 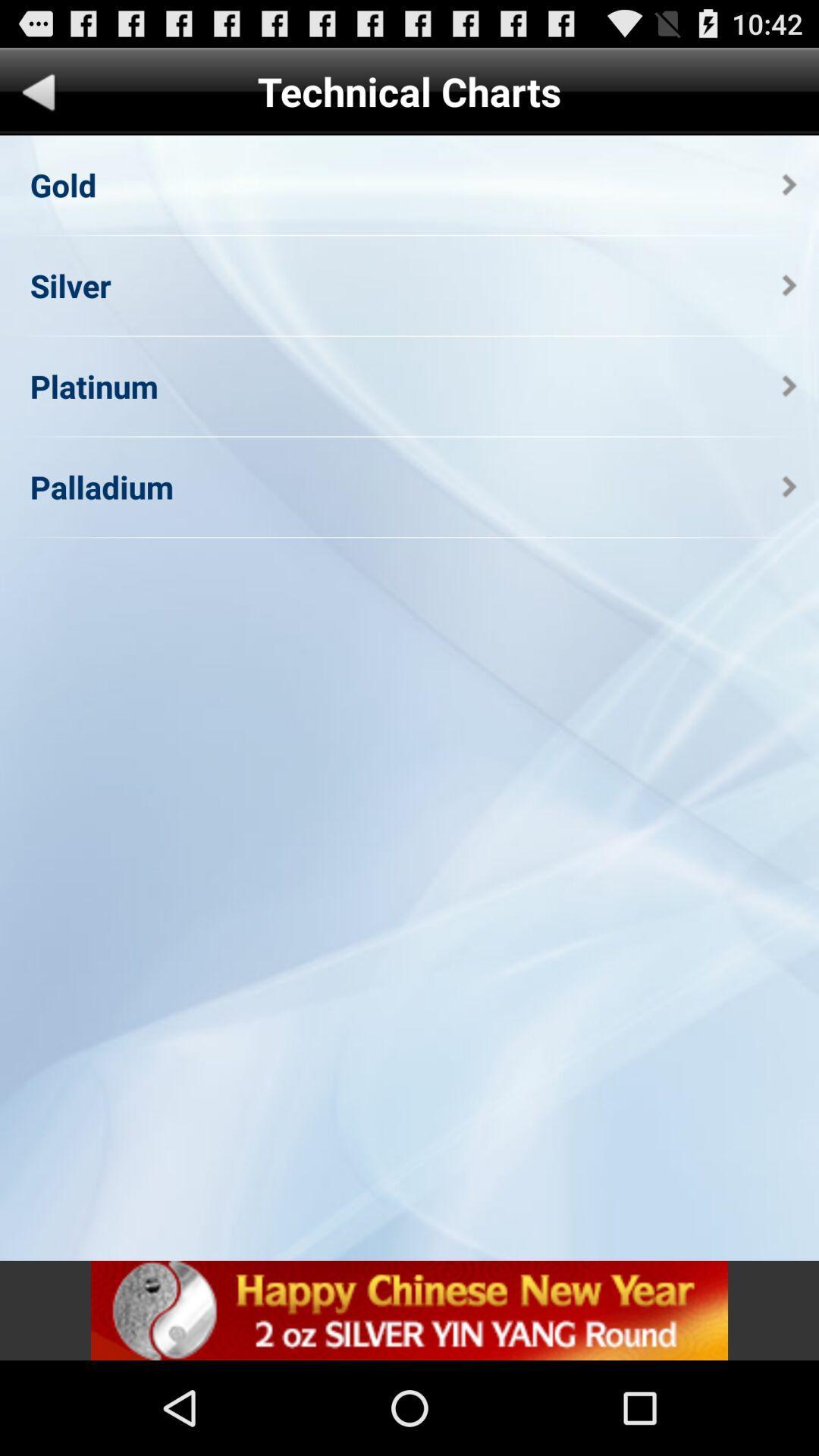 What do you see at coordinates (102, 487) in the screenshot?
I see `palladium app` at bounding box center [102, 487].